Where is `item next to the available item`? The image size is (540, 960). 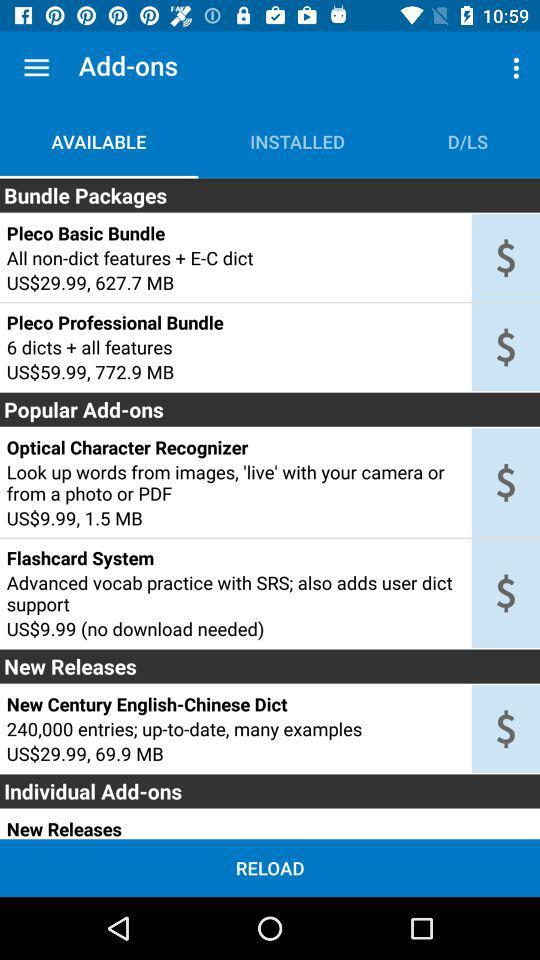
item next to the available item is located at coordinates (296, 140).